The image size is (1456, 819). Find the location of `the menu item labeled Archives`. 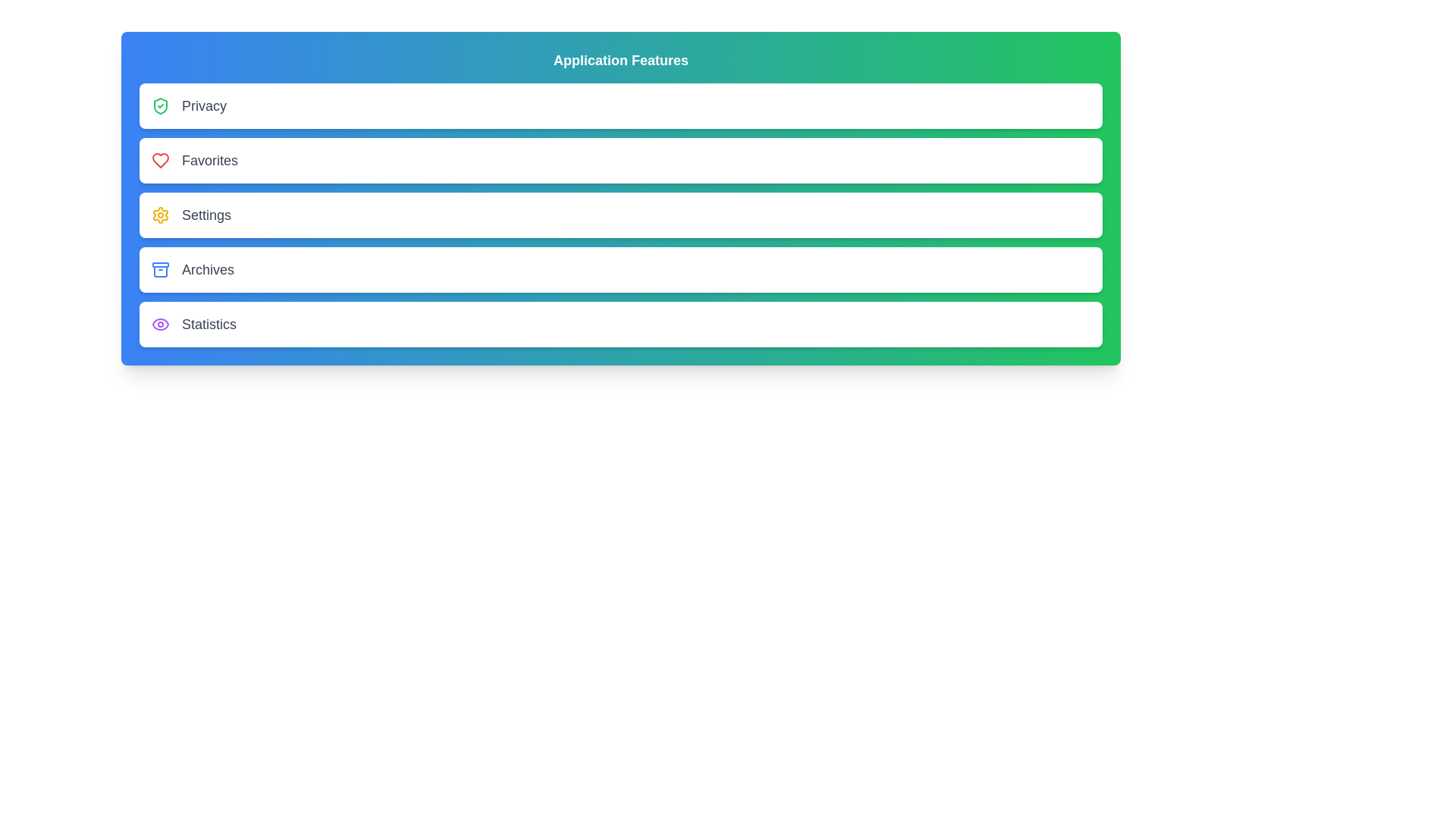

the menu item labeled Archives is located at coordinates (621, 268).